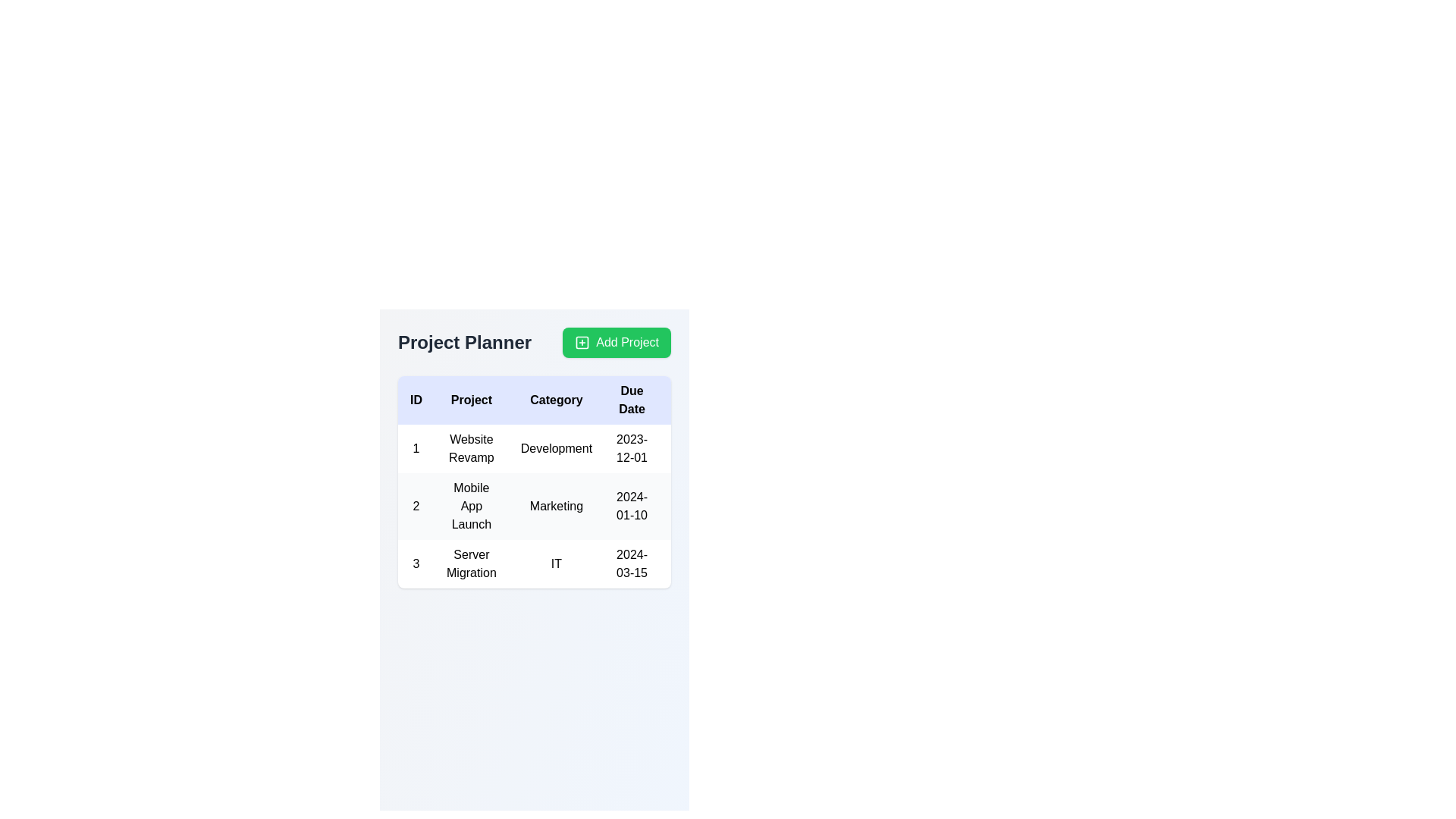 This screenshot has height=819, width=1456. What do you see at coordinates (632, 400) in the screenshot?
I see `the 'Due Date' table header cell, which is the fourth column in the 'Project Planner' table, displayed in a bold font on a light blue background` at bounding box center [632, 400].